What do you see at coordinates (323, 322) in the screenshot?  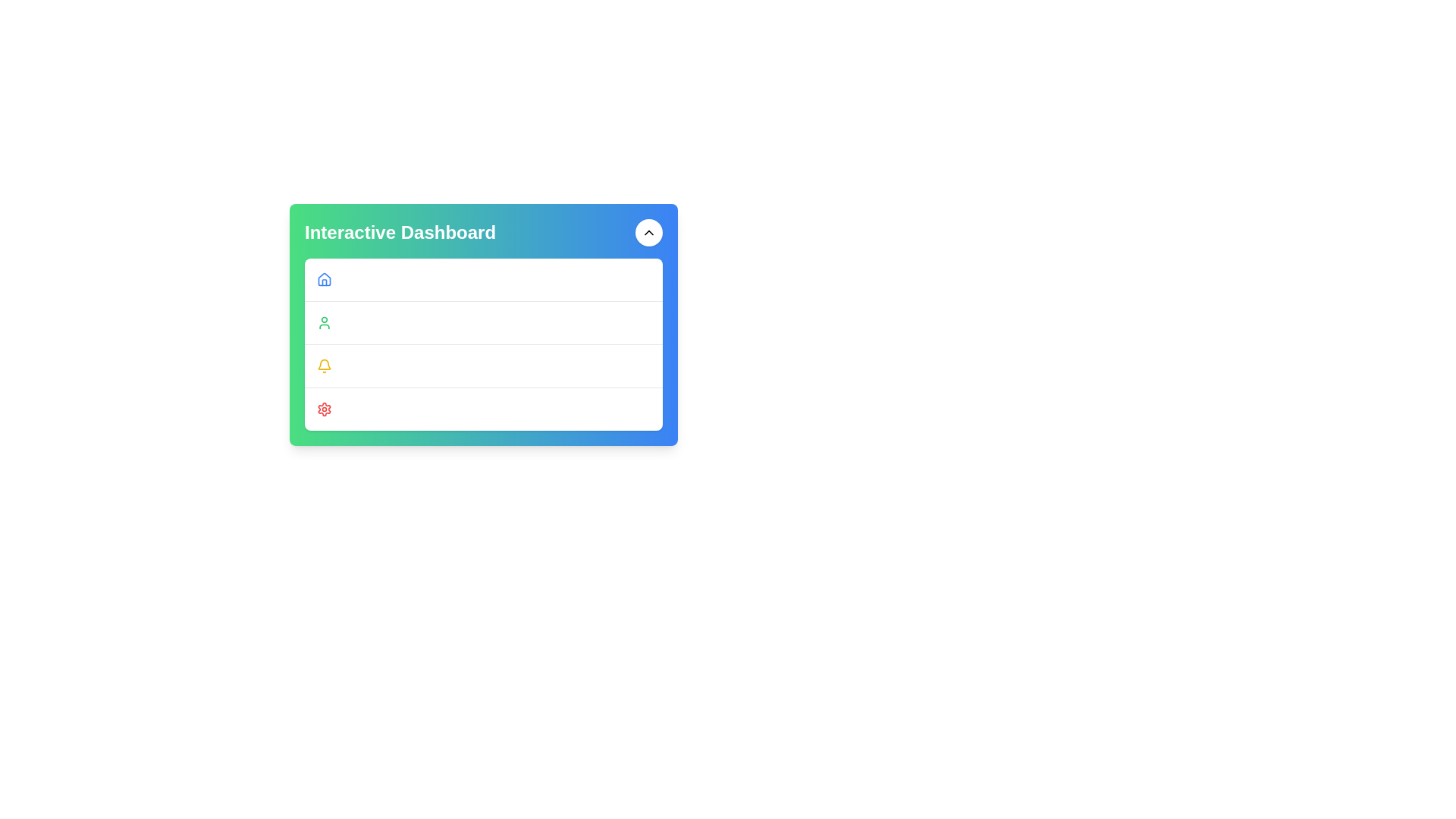 I see `the user profile icon with a green outline located next to the 'Profile' text in the vertical menu, which is the second item in the list` at bounding box center [323, 322].